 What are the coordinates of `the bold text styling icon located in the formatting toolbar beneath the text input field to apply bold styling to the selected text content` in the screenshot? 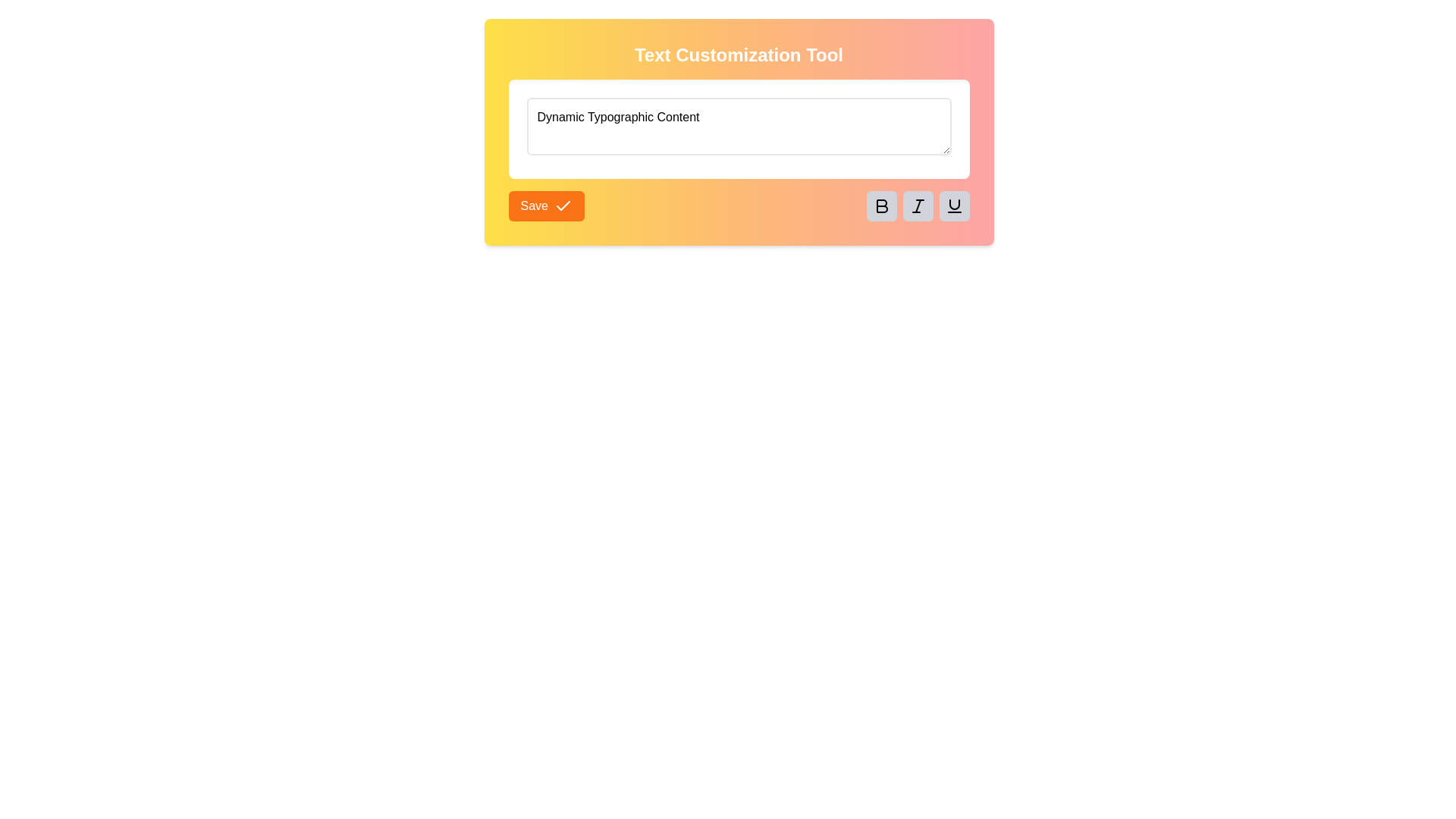 It's located at (881, 206).